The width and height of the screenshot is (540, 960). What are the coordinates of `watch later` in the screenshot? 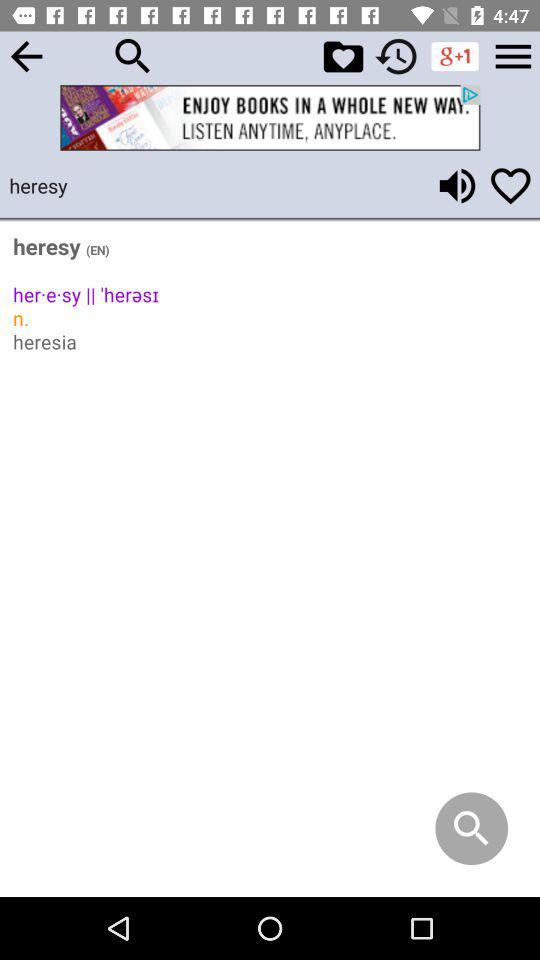 It's located at (396, 55).